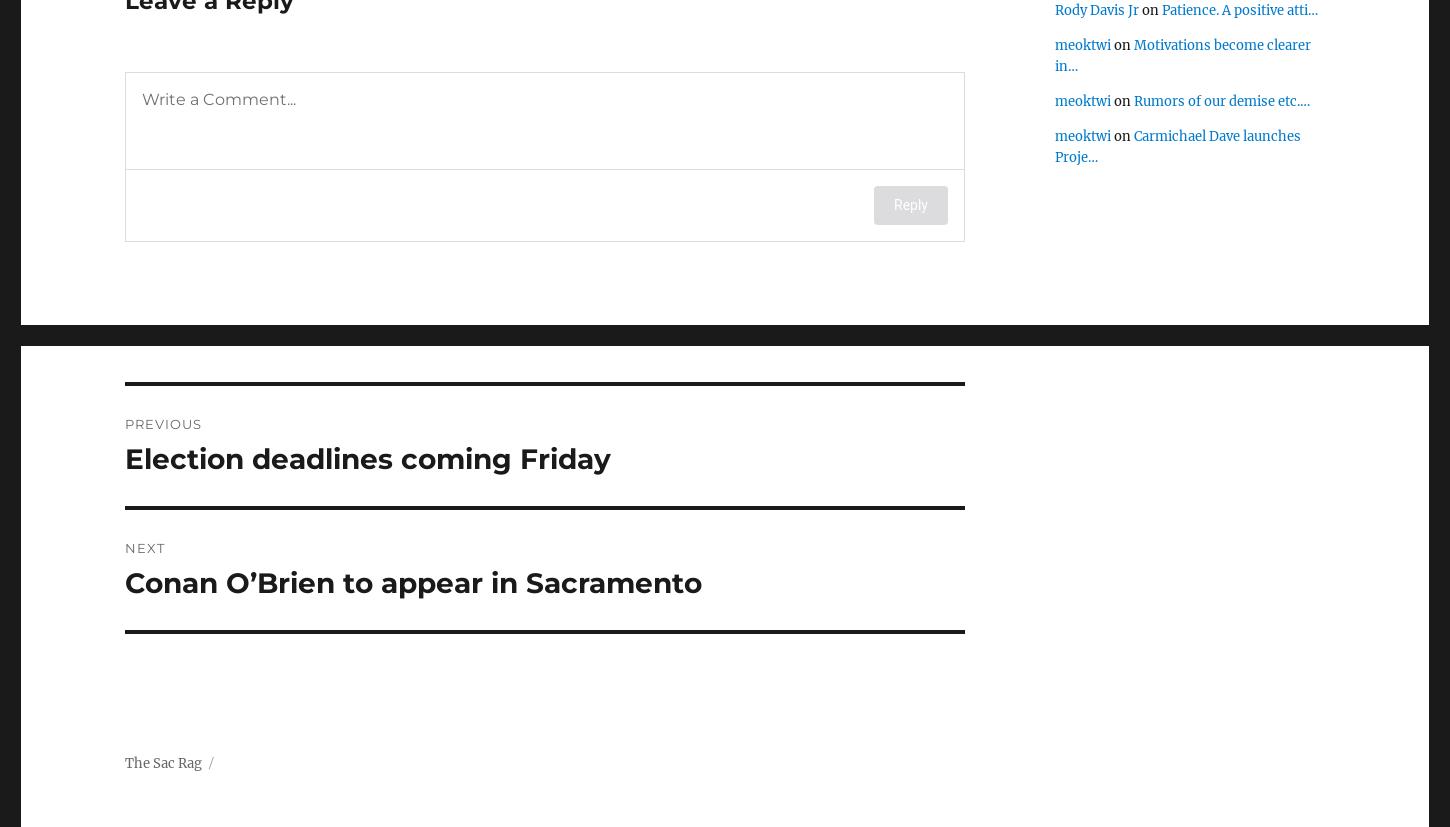 Image resolution: width=1450 pixels, height=827 pixels. I want to click on 'Rody Davis Jr', so click(1096, 10).